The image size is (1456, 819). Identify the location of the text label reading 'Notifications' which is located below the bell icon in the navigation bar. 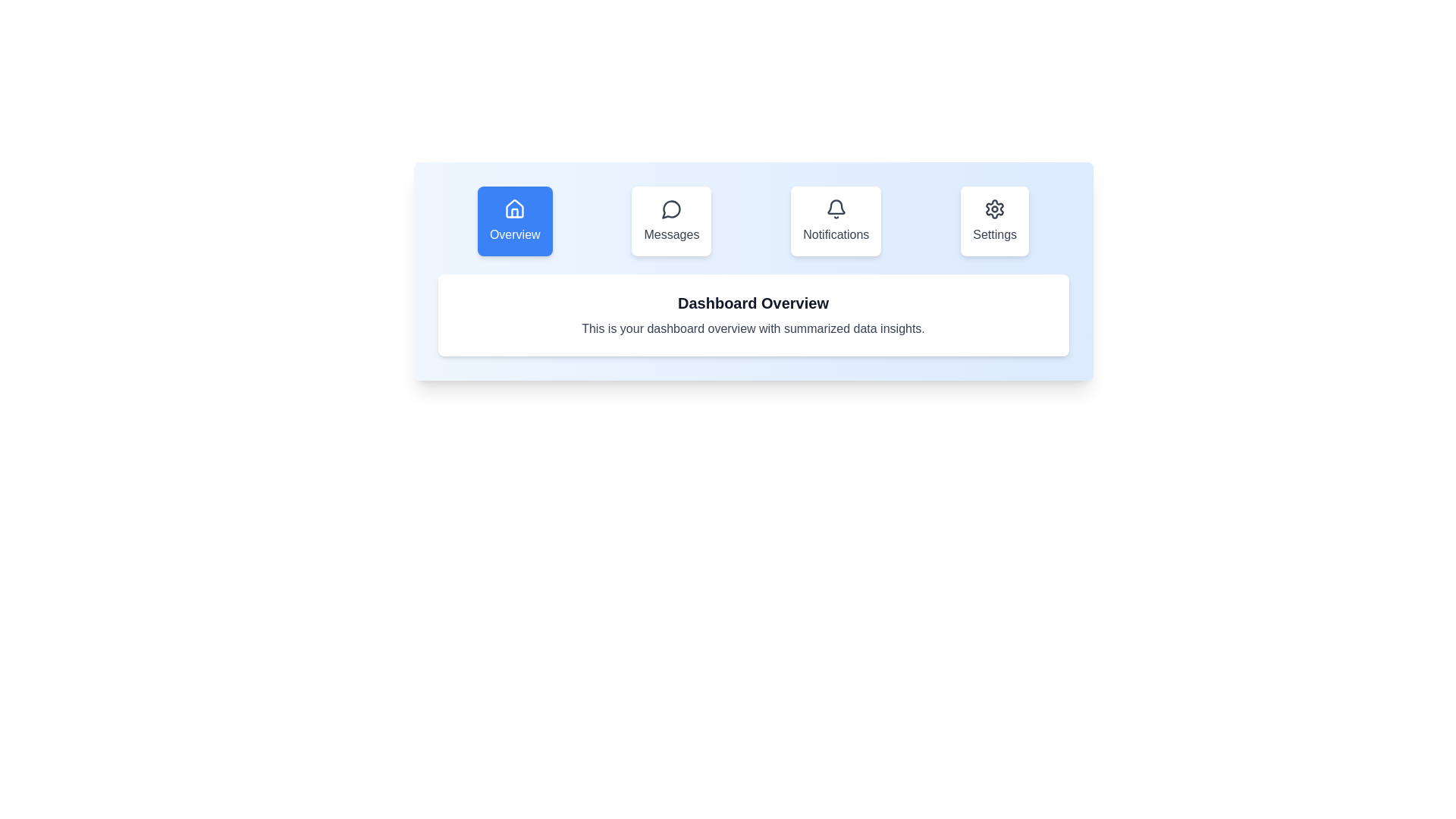
(835, 234).